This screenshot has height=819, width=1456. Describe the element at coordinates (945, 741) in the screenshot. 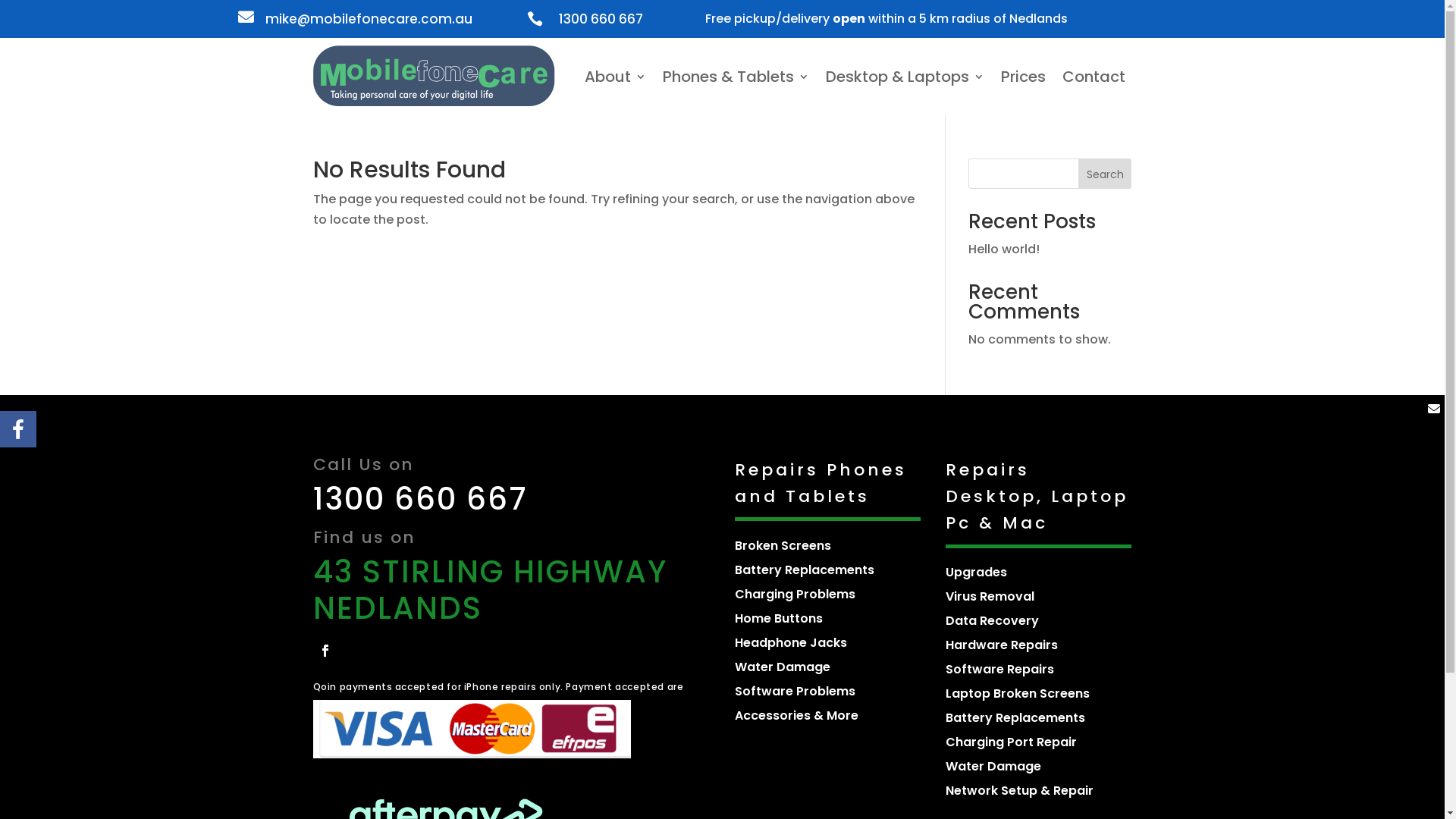

I see `'Charging Port Repair'` at that location.